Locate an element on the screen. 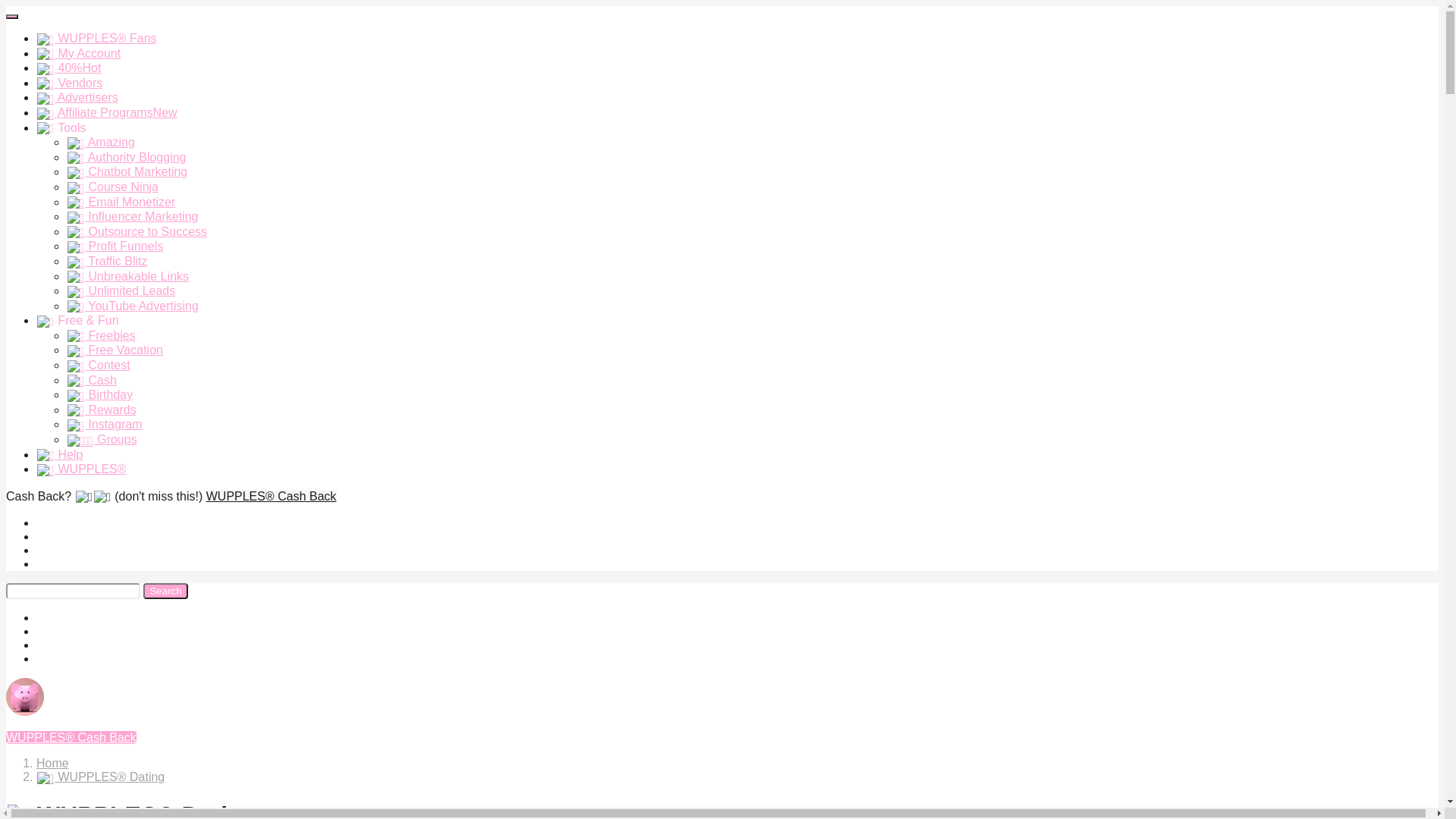 The height and width of the screenshot is (819, 1456). 'Contest' is located at coordinates (97, 365).